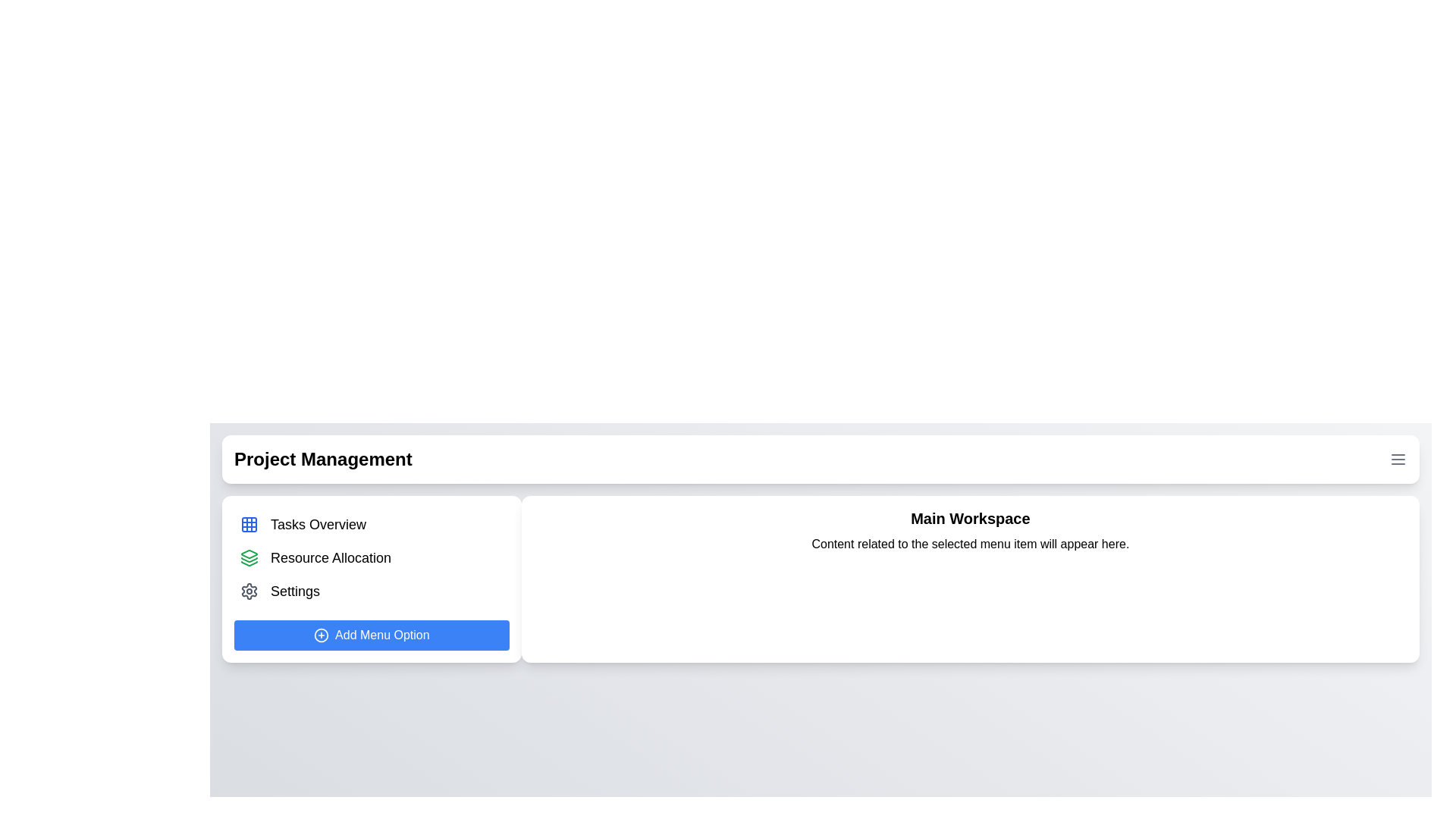 The image size is (1456, 819). I want to click on the menu item Tasks Overview from the list, so click(372, 523).